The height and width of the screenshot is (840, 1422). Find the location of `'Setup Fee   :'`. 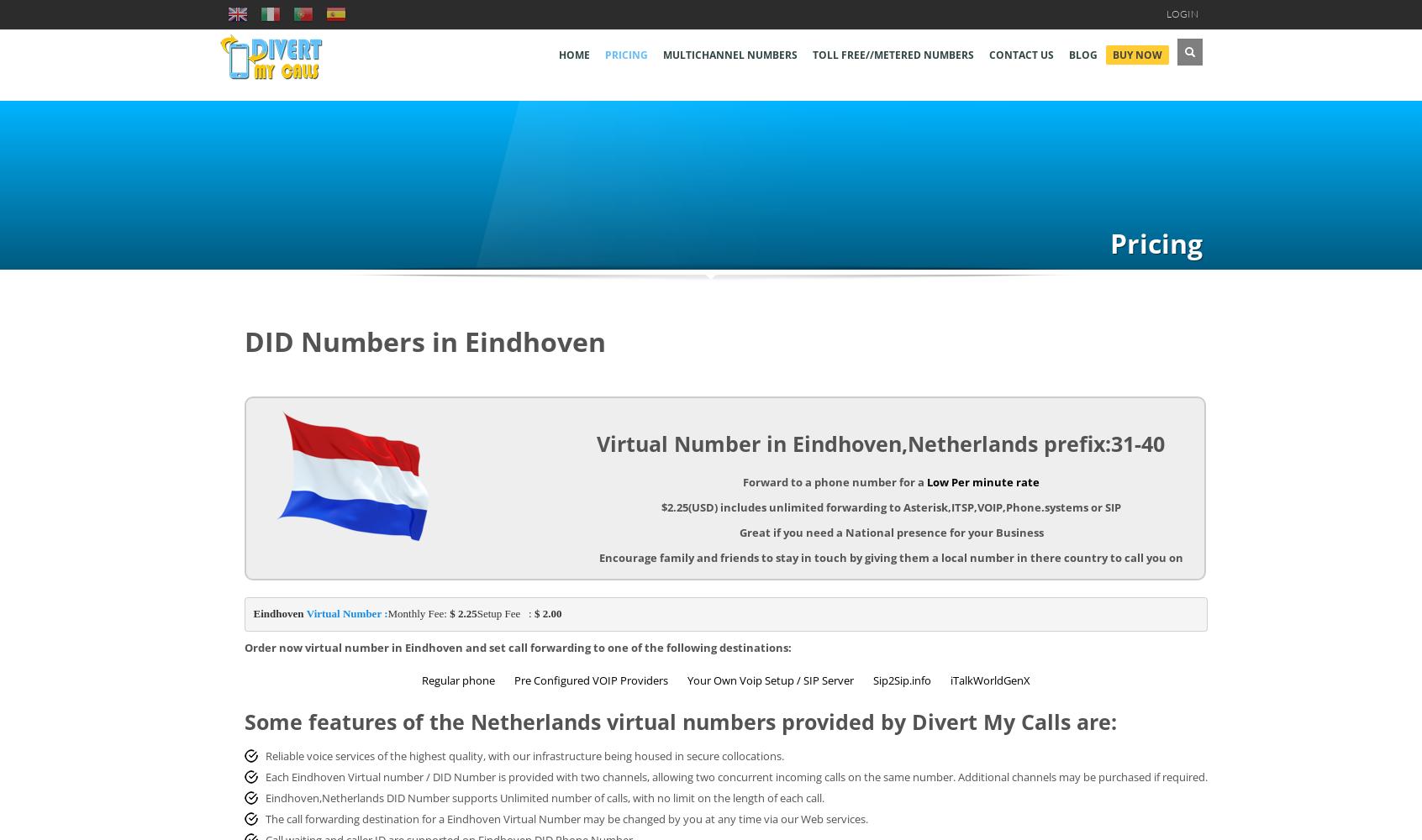

'Setup Fee   :' is located at coordinates (503, 612).